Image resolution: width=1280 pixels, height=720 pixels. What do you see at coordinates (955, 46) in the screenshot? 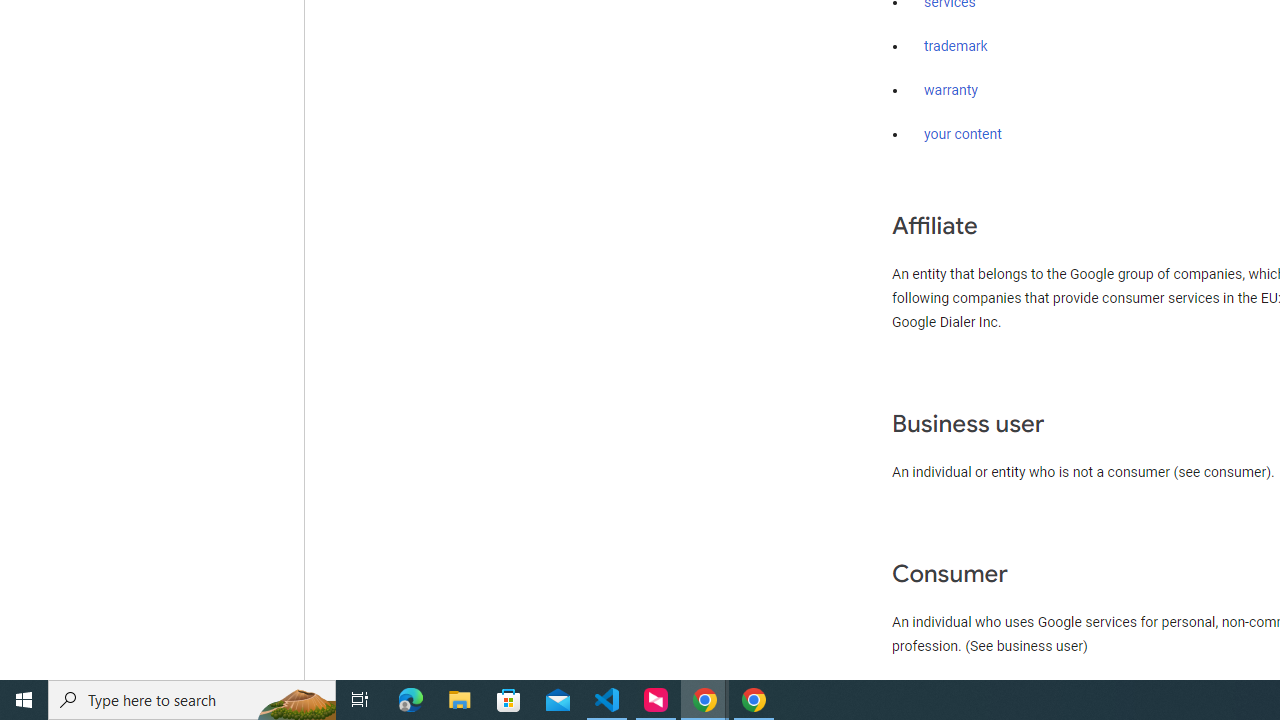
I see `'trademark'` at bounding box center [955, 46].